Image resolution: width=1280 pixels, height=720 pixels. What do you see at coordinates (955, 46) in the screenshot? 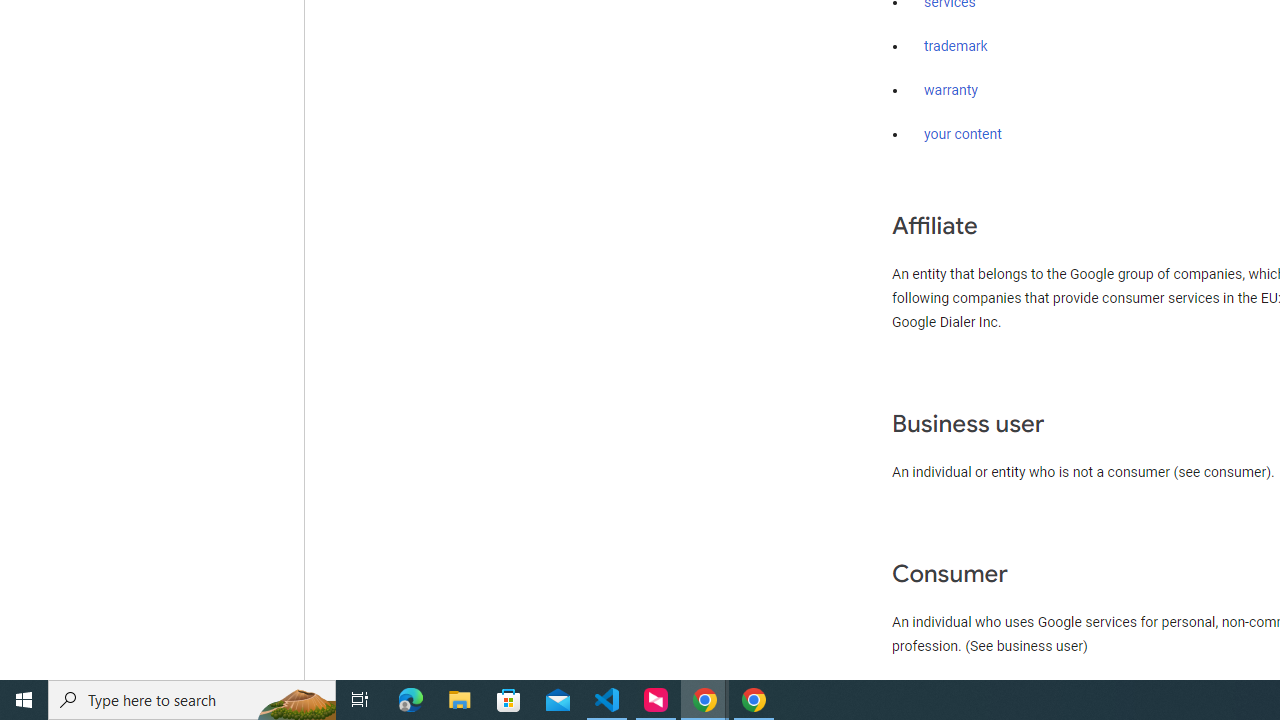
I see `'trademark'` at bounding box center [955, 46].